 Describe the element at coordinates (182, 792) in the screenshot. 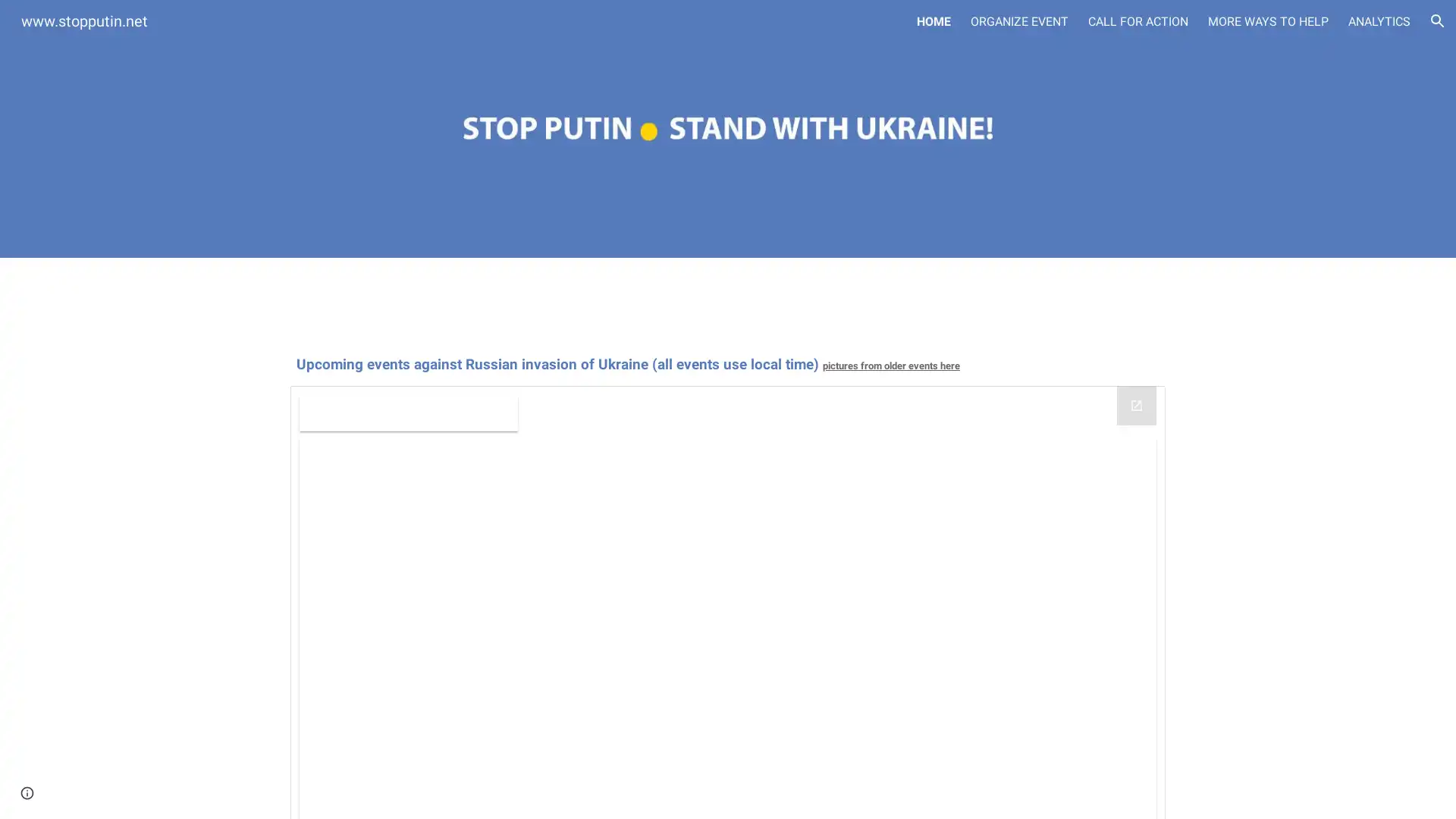

I see `Report abuse` at that location.